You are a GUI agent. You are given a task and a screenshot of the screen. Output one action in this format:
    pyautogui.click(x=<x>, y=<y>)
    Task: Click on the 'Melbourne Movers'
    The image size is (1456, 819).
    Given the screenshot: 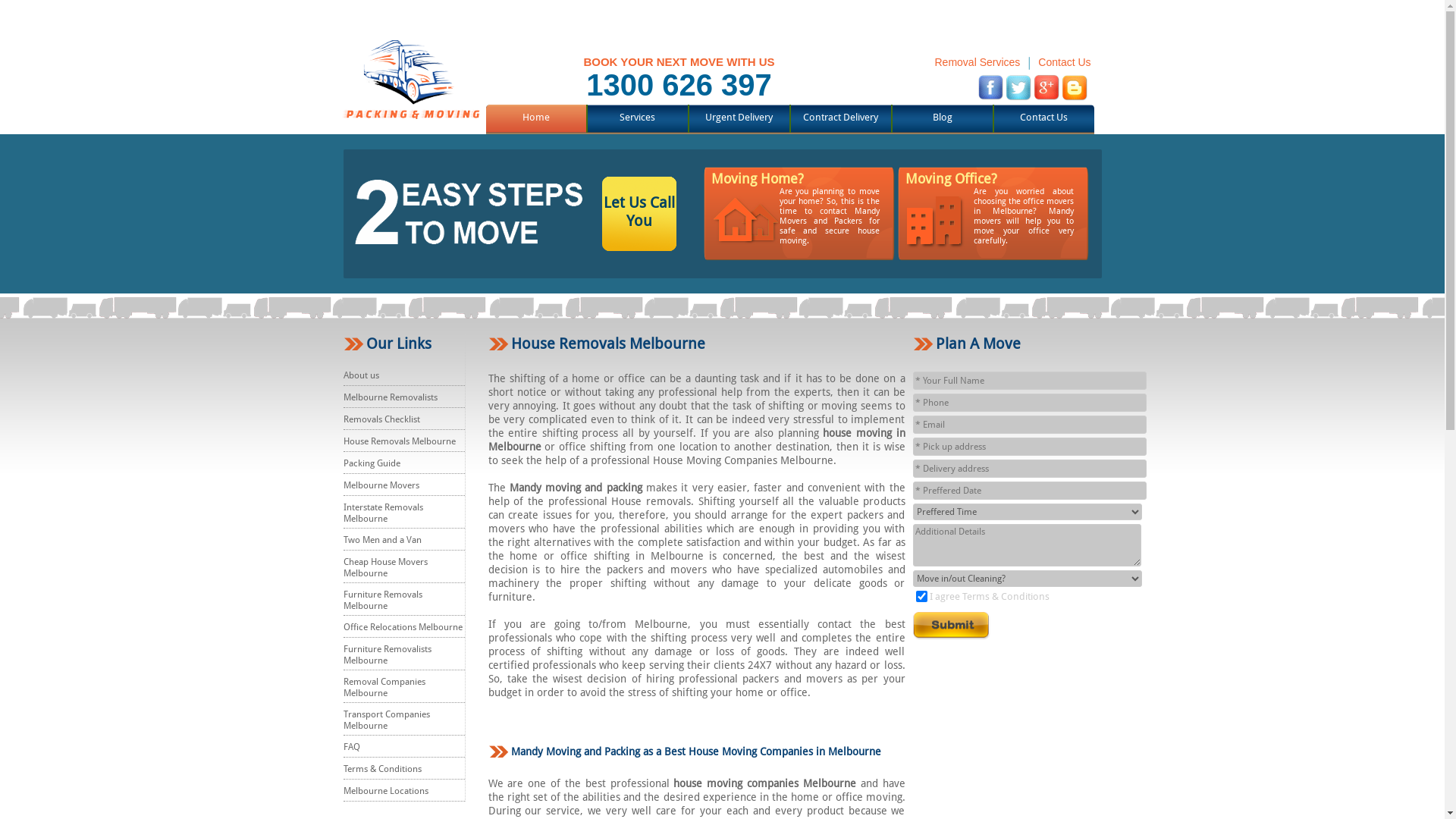 What is the action you would take?
    pyautogui.click(x=381, y=485)
    